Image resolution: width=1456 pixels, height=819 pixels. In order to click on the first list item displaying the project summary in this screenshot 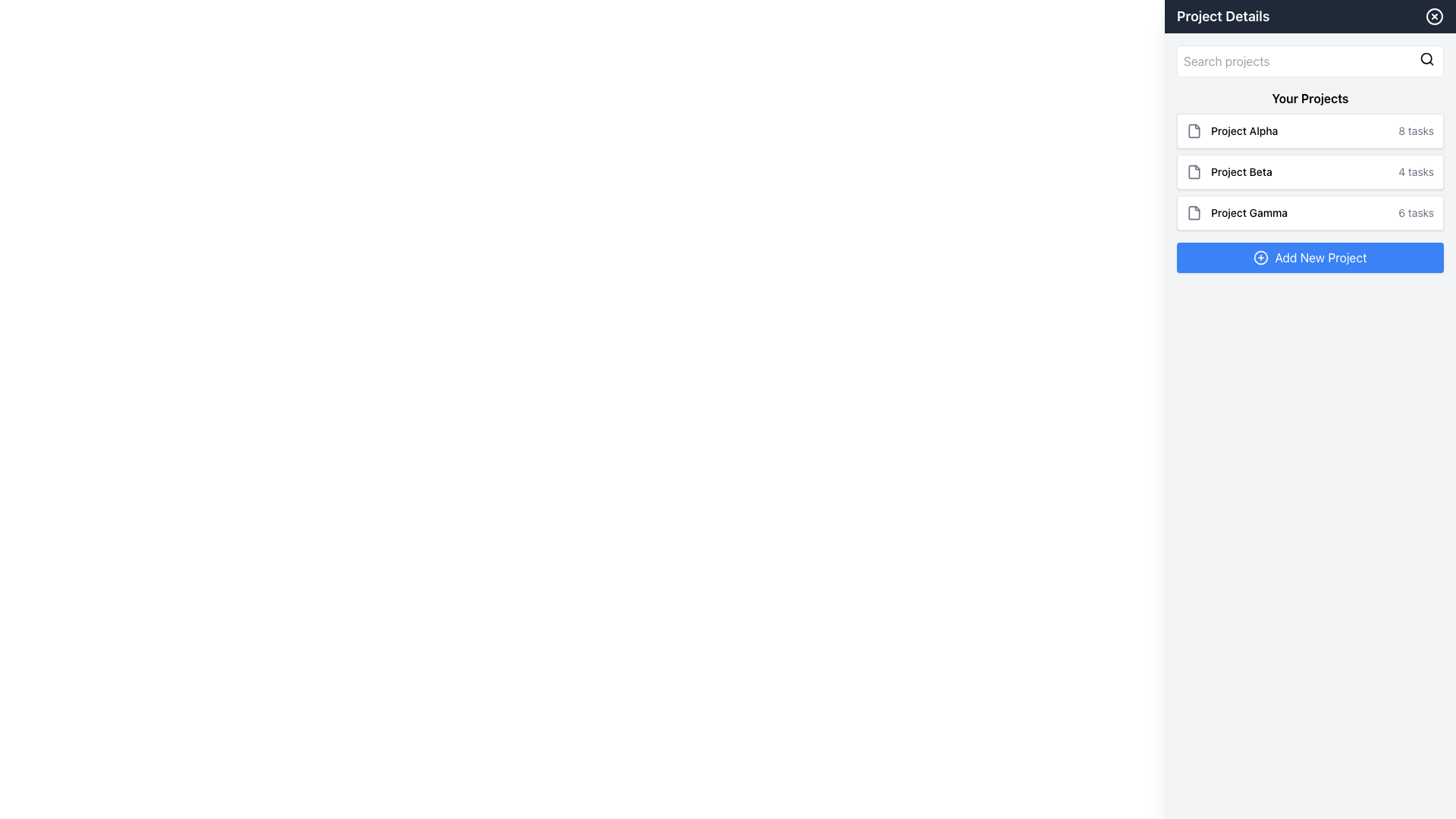, I will do `click(1310, 130)`.